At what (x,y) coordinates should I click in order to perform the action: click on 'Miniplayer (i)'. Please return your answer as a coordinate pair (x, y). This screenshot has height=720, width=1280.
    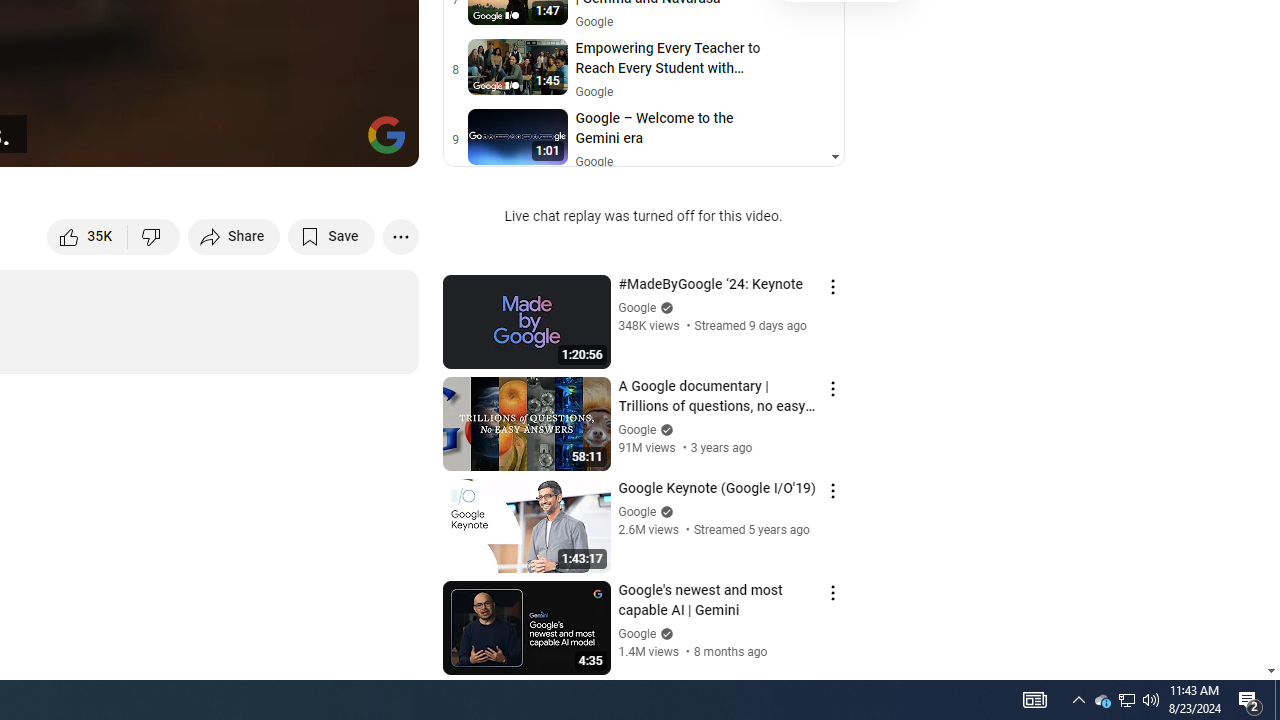
    Looking at the image, I should click on (285, 141).